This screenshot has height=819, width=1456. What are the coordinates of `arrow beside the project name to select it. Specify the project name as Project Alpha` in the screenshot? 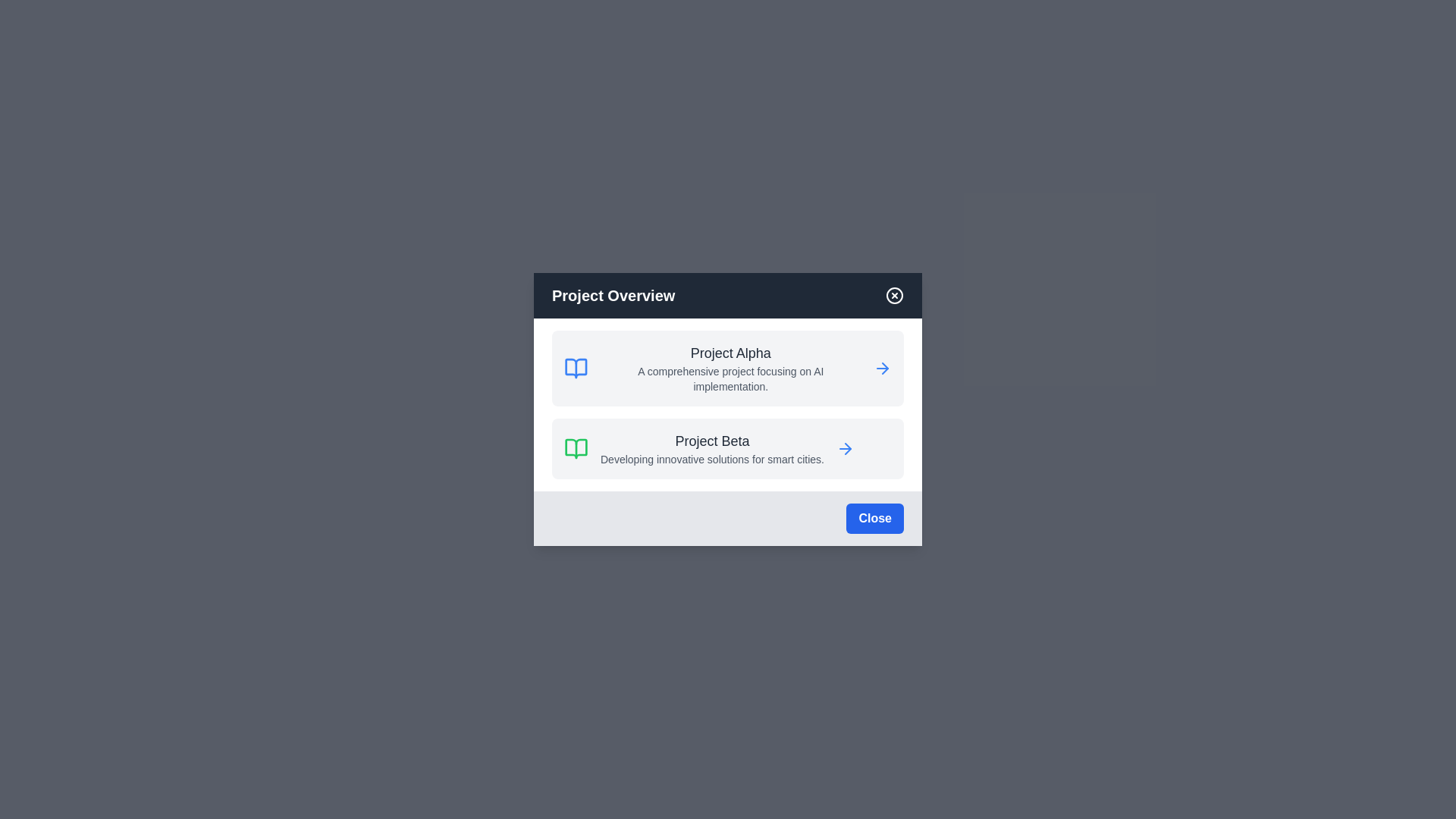 It's located at (882, 369).